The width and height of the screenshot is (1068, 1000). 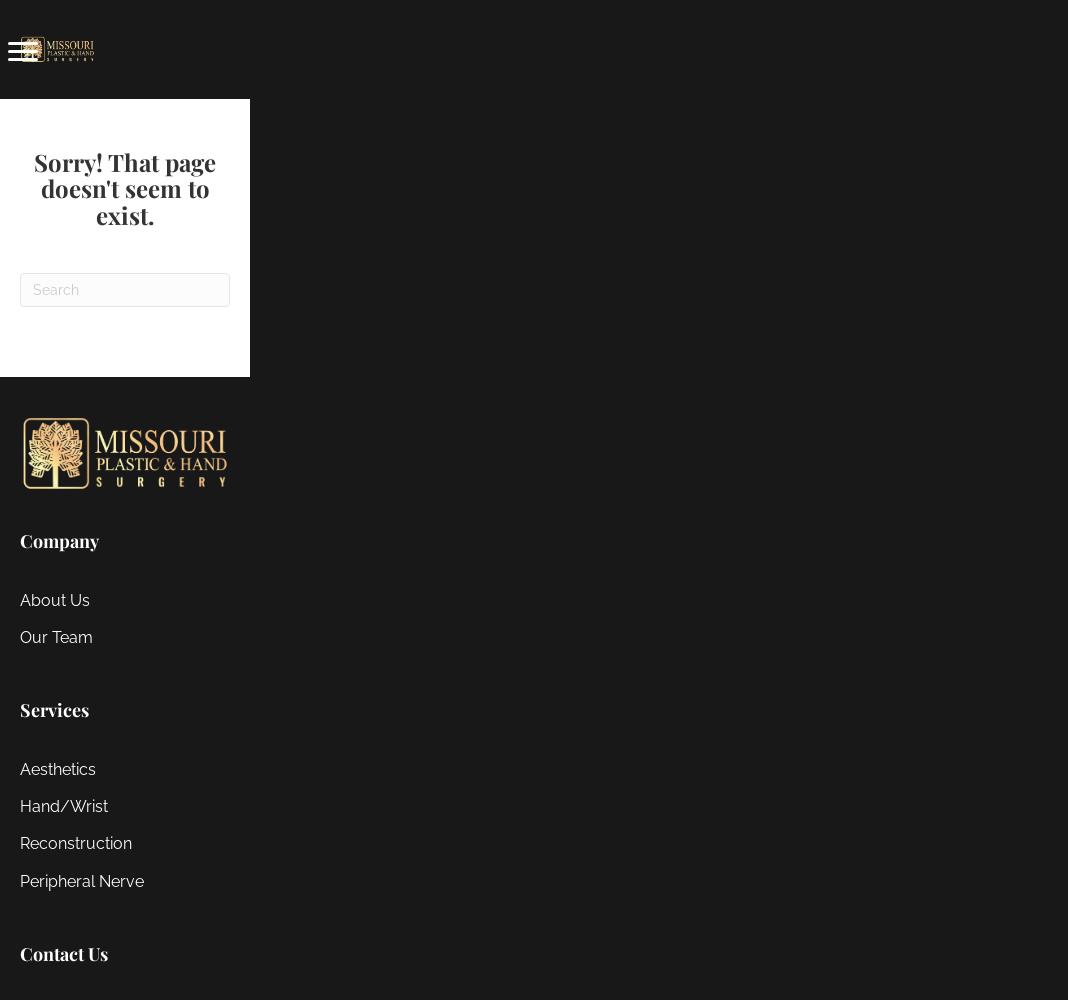 What do you see at coordinates (81, 880) in the screenshot?
I see `'Peripheral Nerve'` at bounding box center [81, 880].